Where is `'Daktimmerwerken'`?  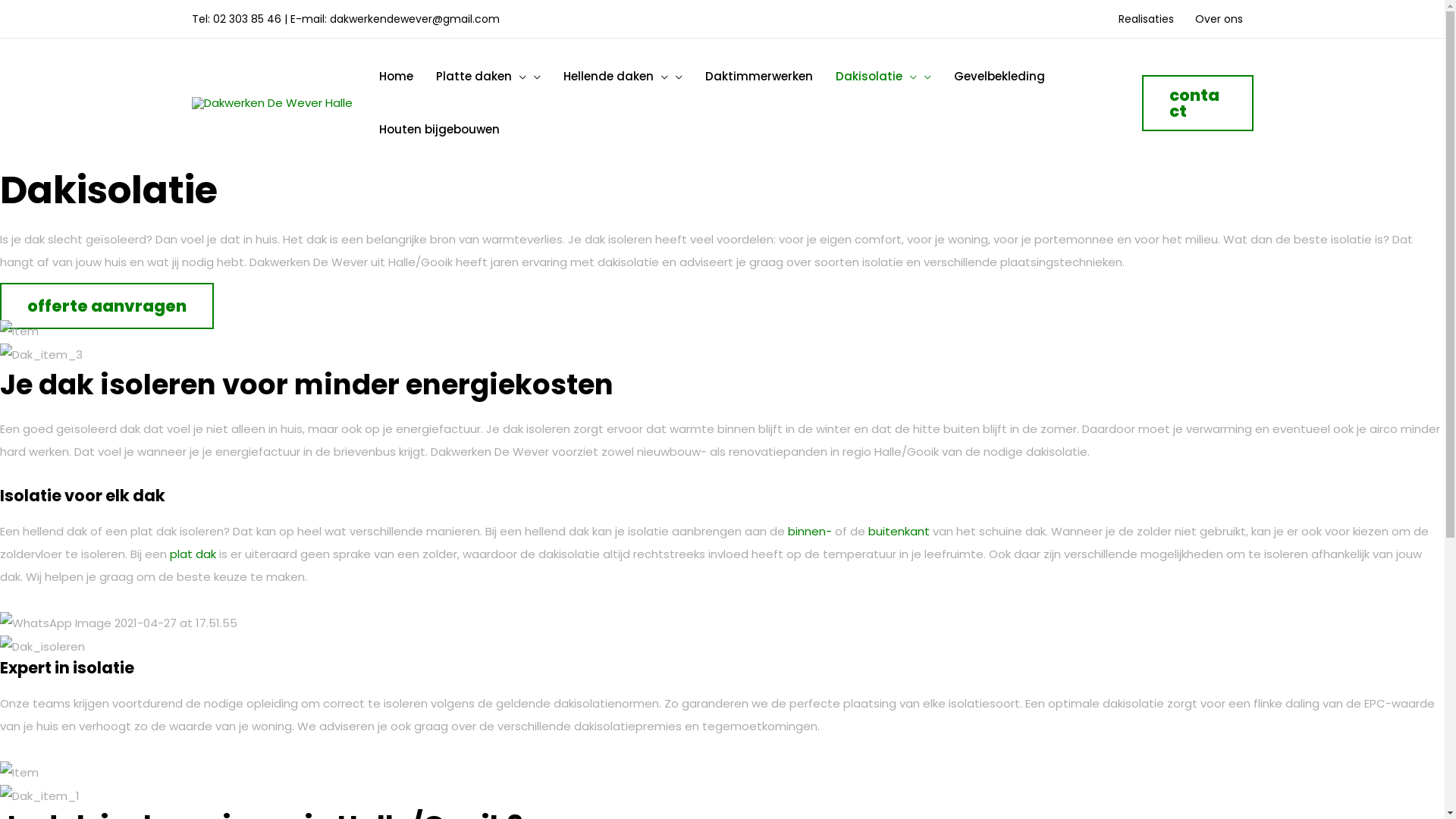 'Daktimmerwerken' is located at coordinates (758, 76).